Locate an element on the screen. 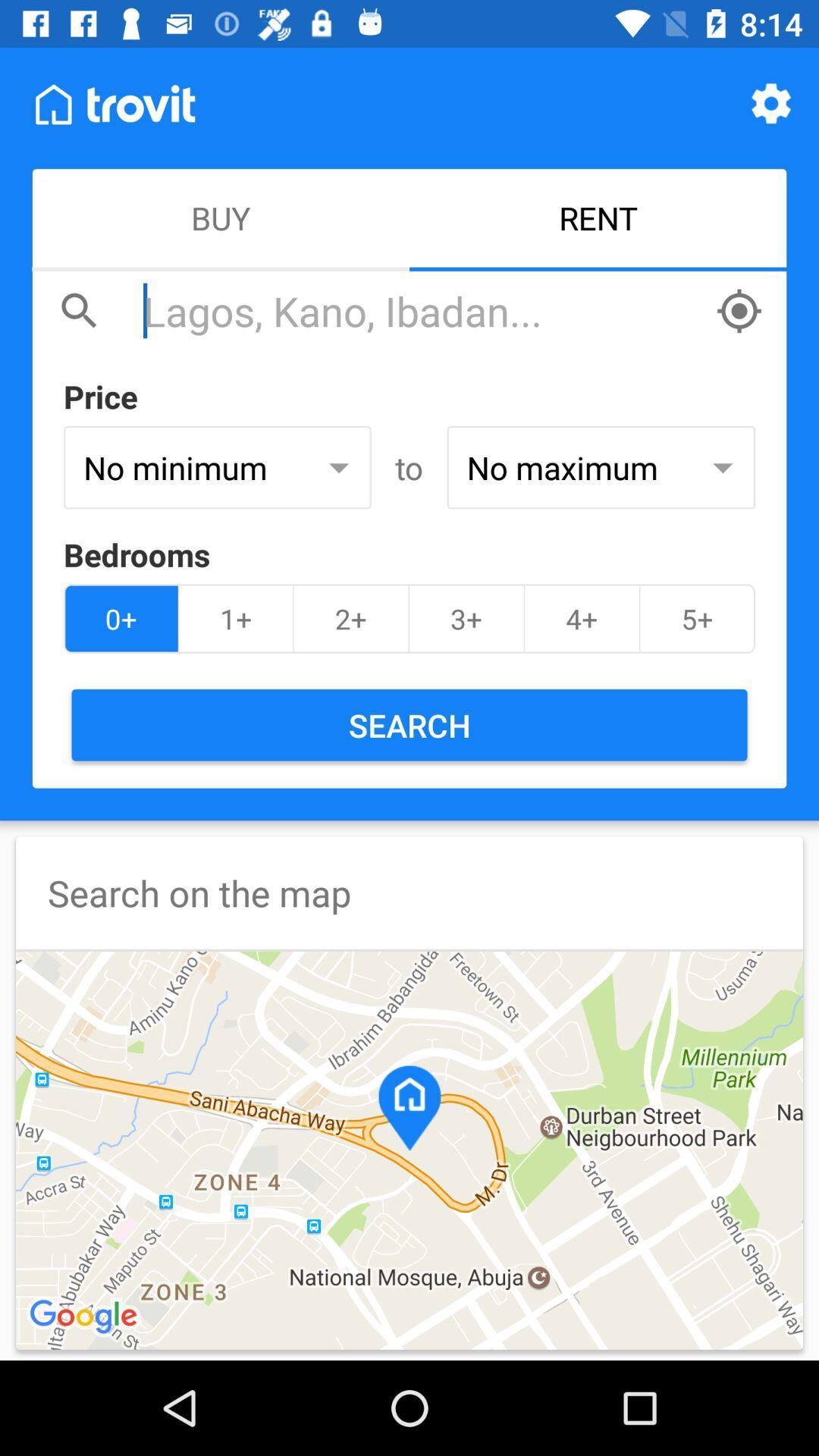 The image size is (819, 1456). tap on the text rent shown right to buy is located at coordinates (598, 218).